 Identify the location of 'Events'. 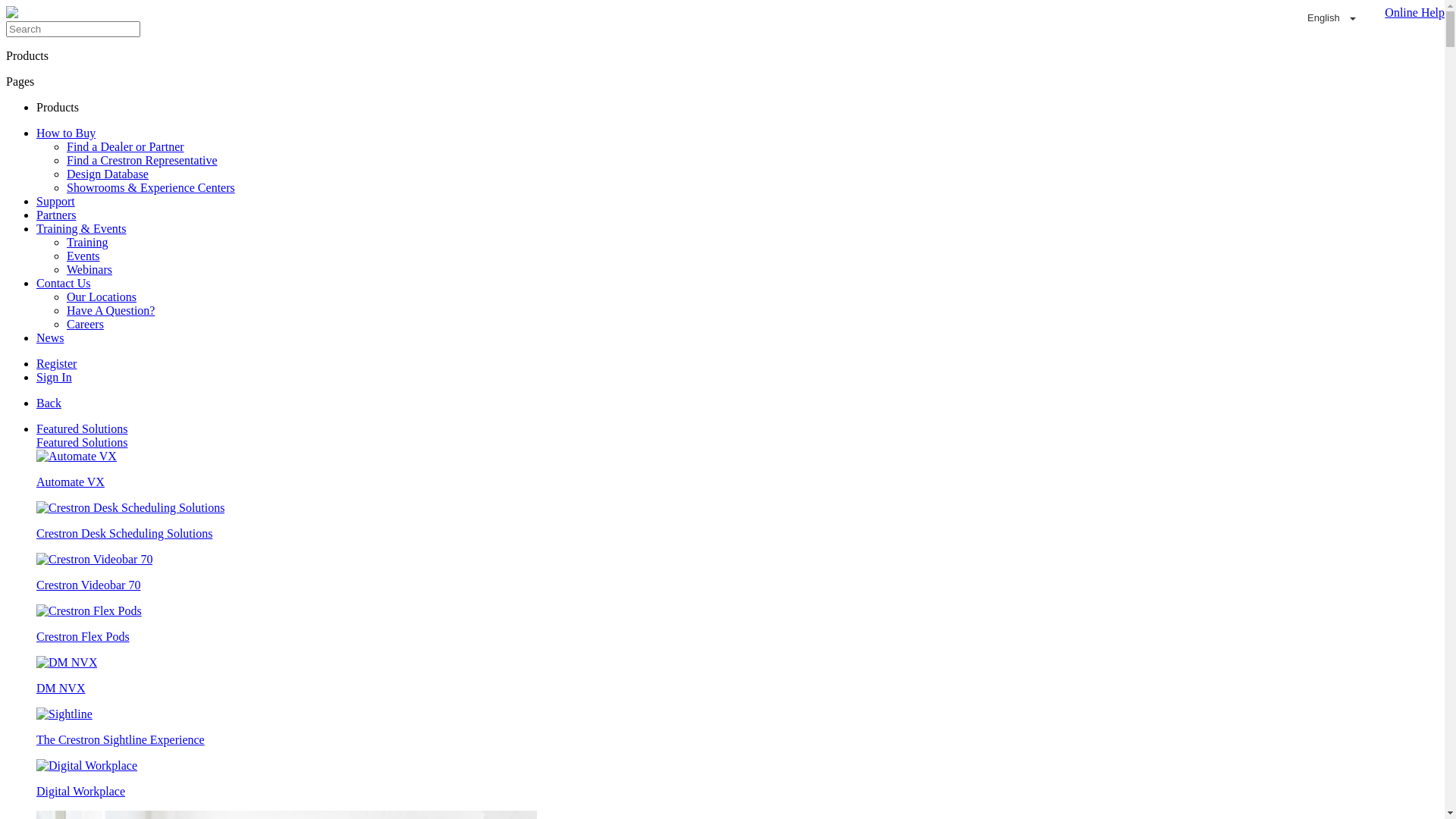
(65, 255).